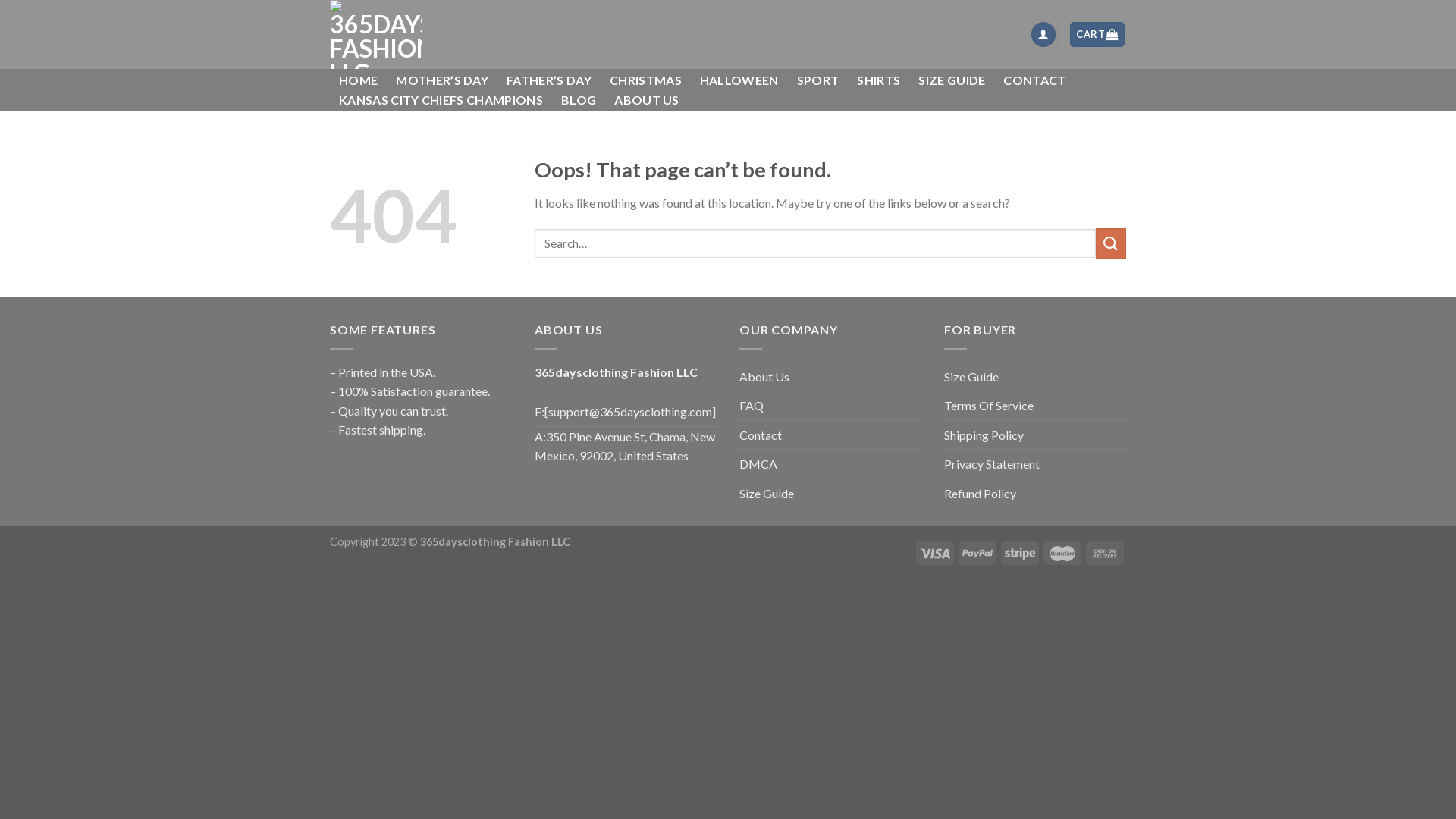  Describe the element at coordinates (544, 412) in the screenshot. I see `'[support@365daysclothing.com]'` at that location.